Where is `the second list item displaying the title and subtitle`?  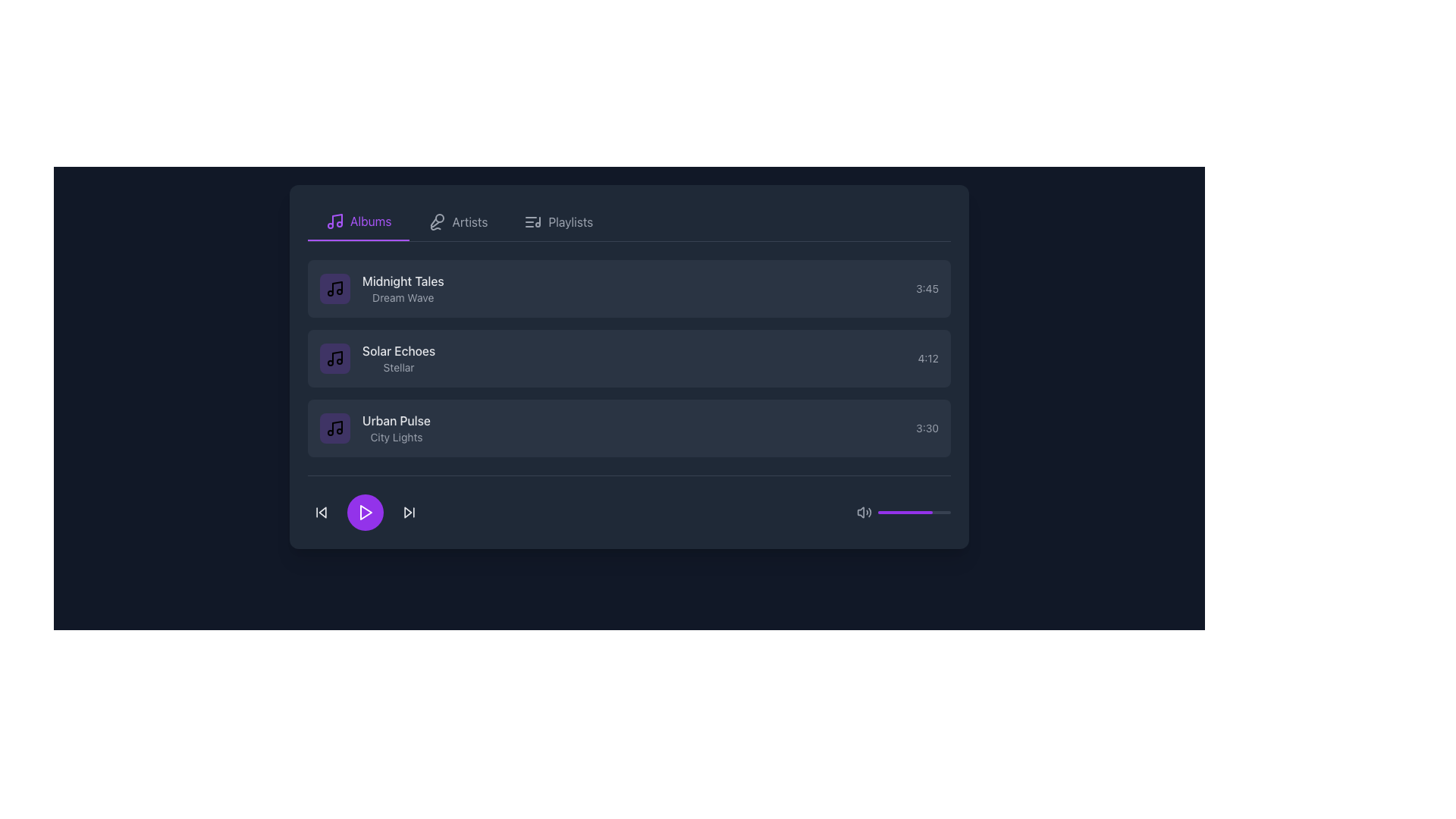 the second list item displaying the title and subtitle is located at coordinates (378, 359).